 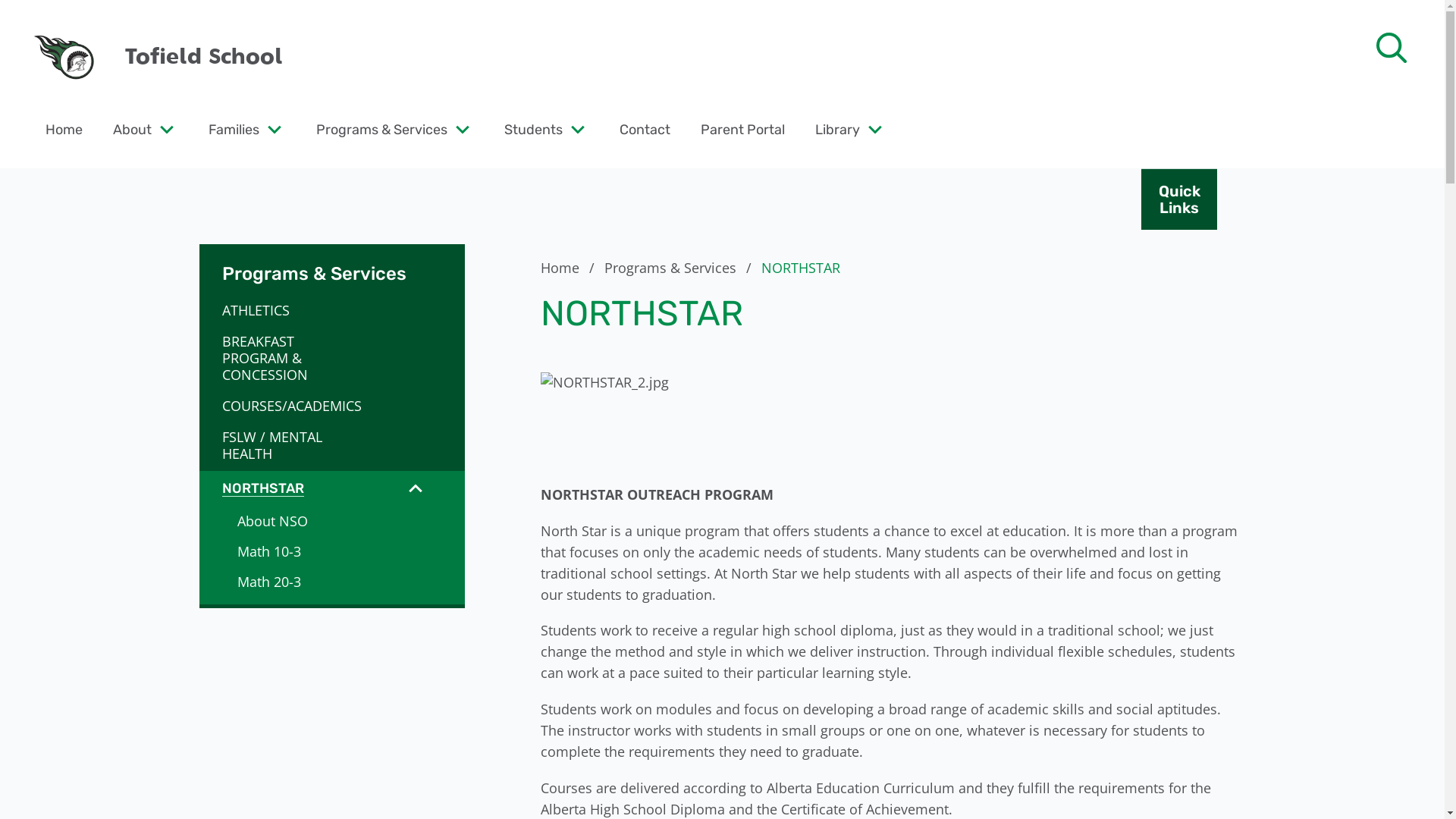 I want to click on 'Programs & Services', so click(x=603, y=267).